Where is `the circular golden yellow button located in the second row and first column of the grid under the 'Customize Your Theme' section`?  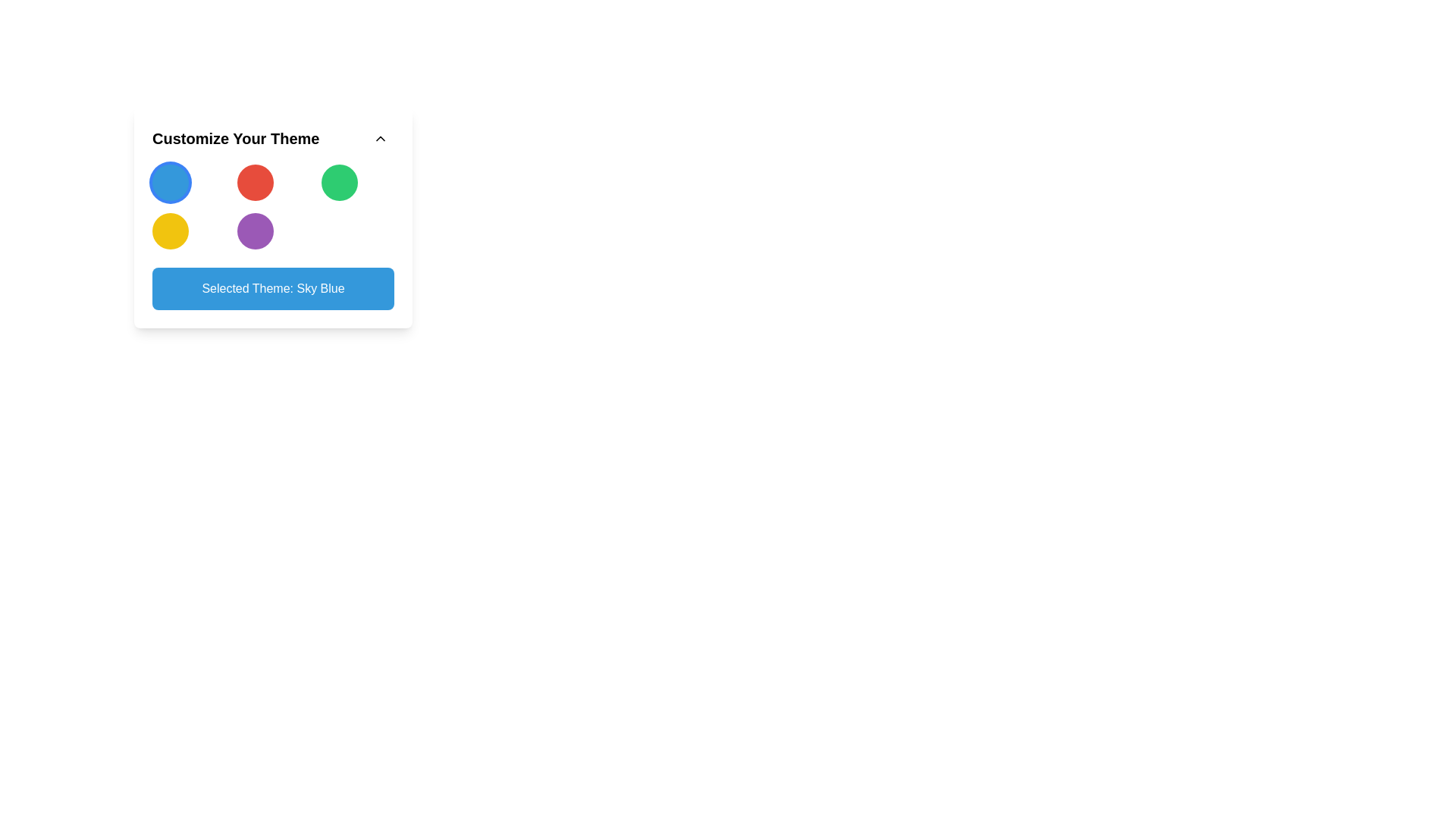 the circular golden yellow button located in the second row and first column of the grid under the 'Customize Your Theme' section is located at coordinates (171, 231).